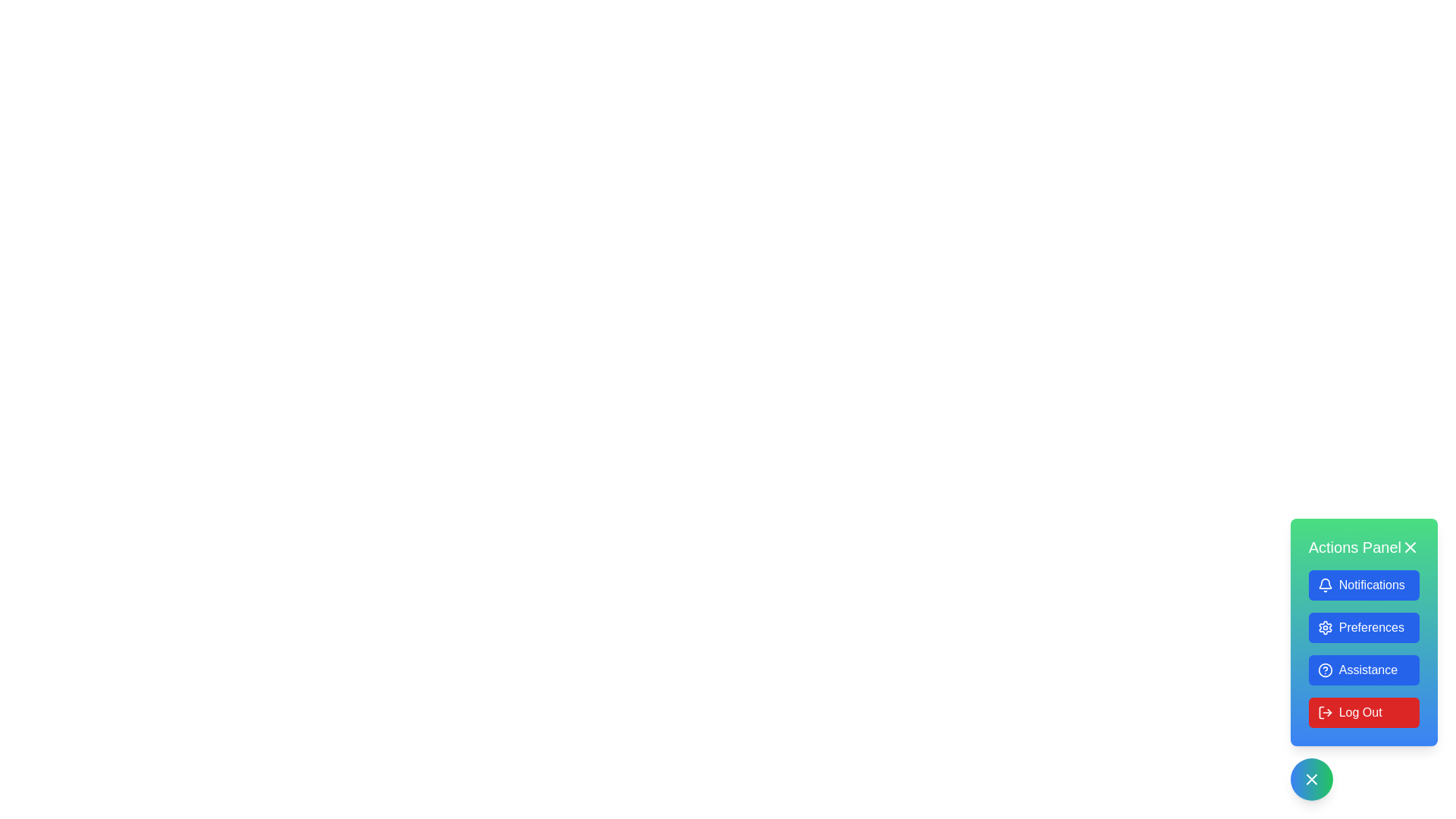 Image resolution: width=1456 pixels, height=819 pixels. What do you see at coordinates (1363, 628) in the screenshot?
I see `the blue 'Preferences' button with a settings gear icon` at bounding box center [1363, 628].